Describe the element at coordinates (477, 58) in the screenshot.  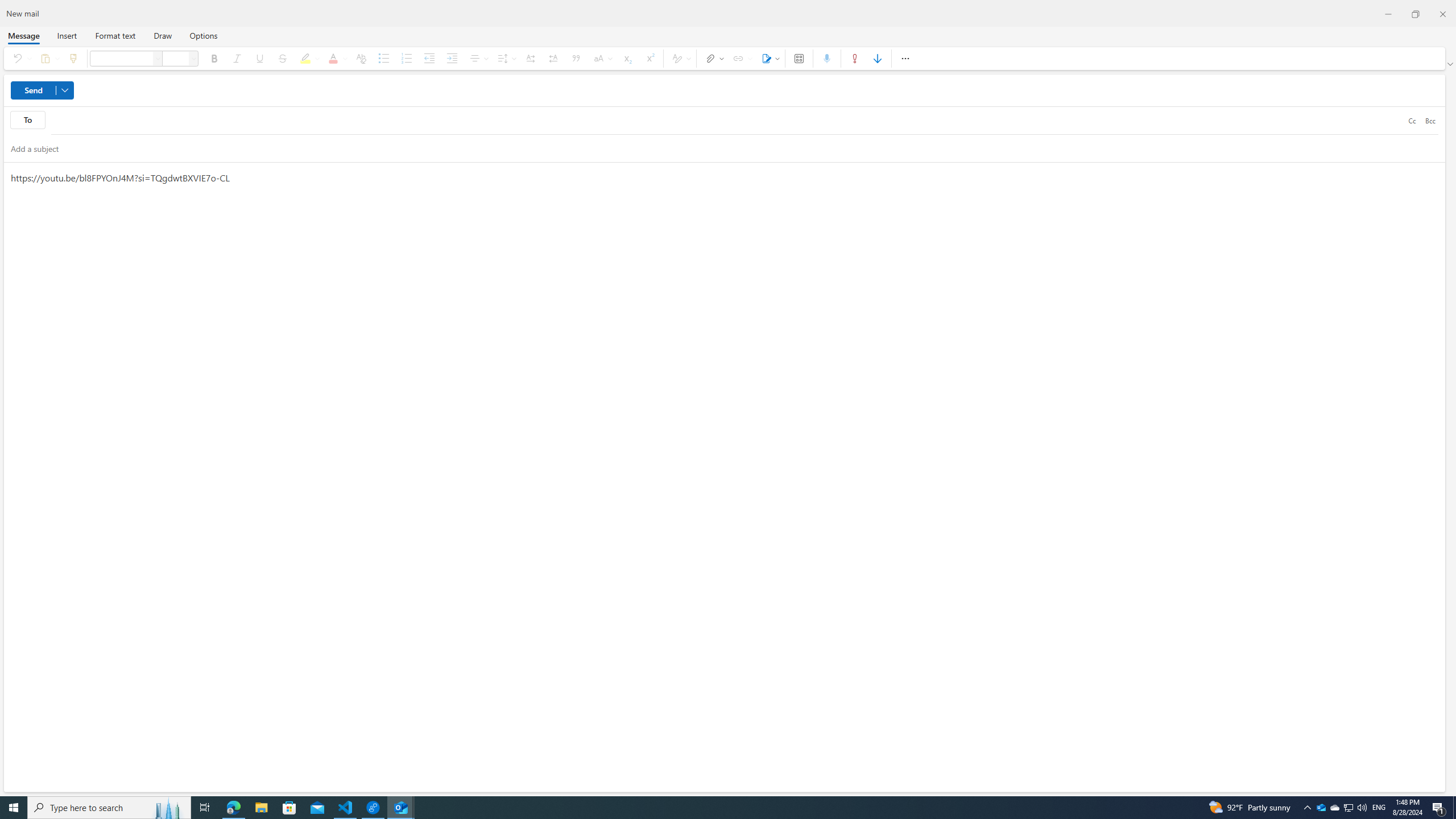
I see `'Align'` at that location.